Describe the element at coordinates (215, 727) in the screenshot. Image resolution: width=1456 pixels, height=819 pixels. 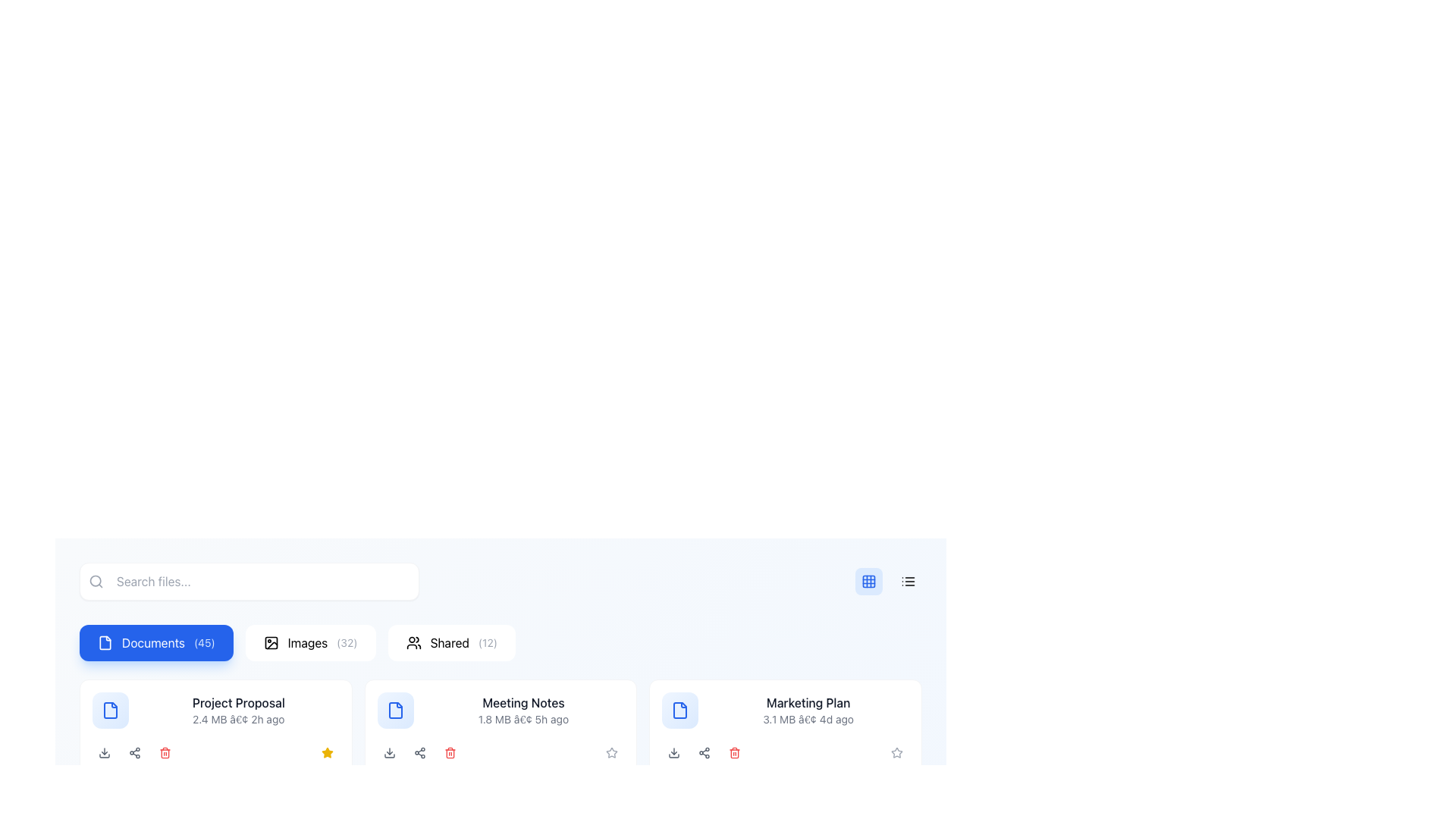
I see `the download icon on the 'Project Proposal' card, which is the first item in the first column of the grid layout` at that location.